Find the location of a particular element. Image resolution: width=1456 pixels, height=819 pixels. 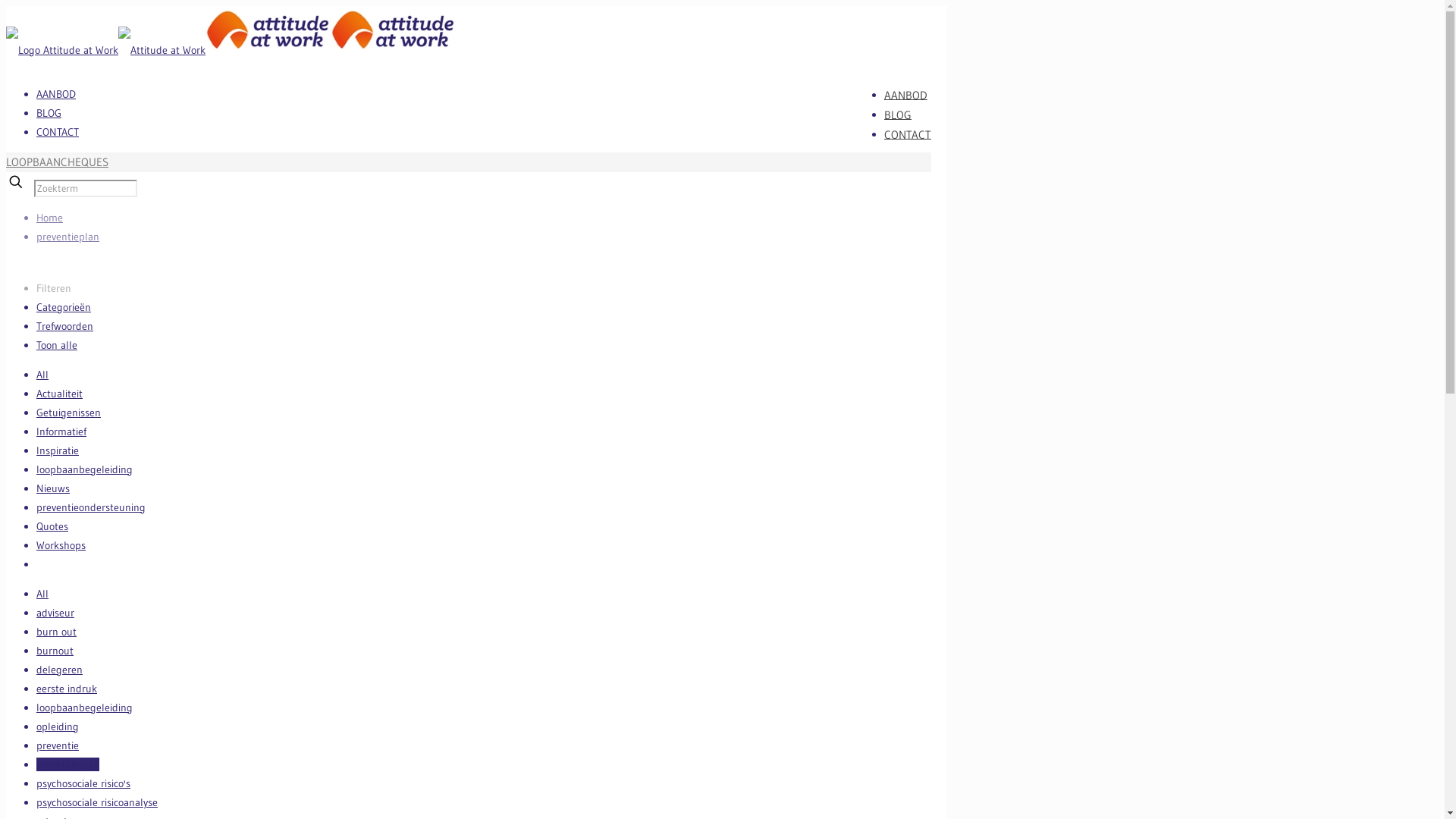

'BLOG' is located at coordinates (898, 113).